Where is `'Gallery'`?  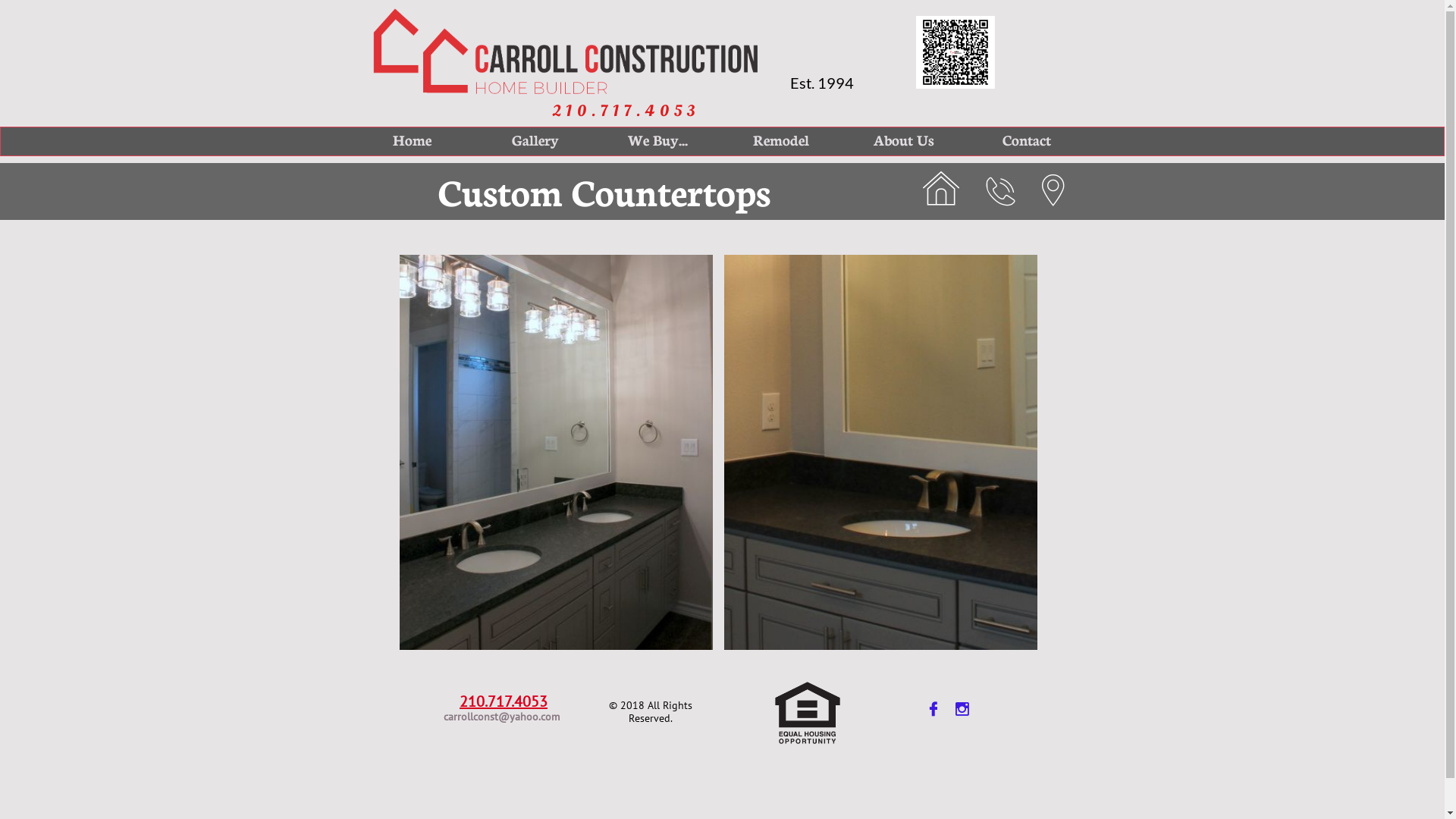
'Gallery' is located at coordinates (479, 140).